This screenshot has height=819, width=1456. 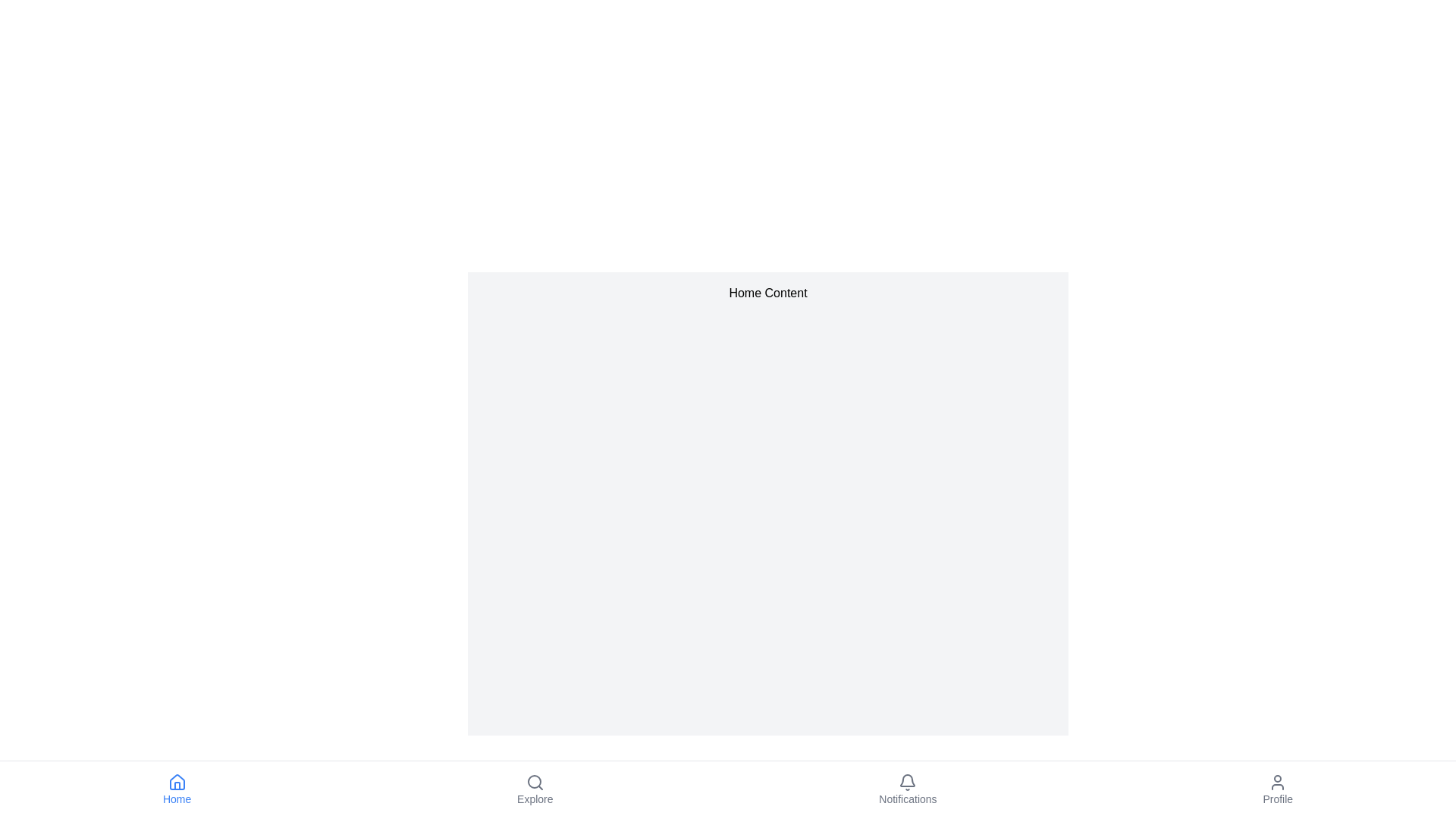 What do you see at coordinates (177, 783) in the screenshot?
I see `the 'Home' icon located in the bottom navigation bar, which is the first icon from the left` at bounding box center [177, 783].